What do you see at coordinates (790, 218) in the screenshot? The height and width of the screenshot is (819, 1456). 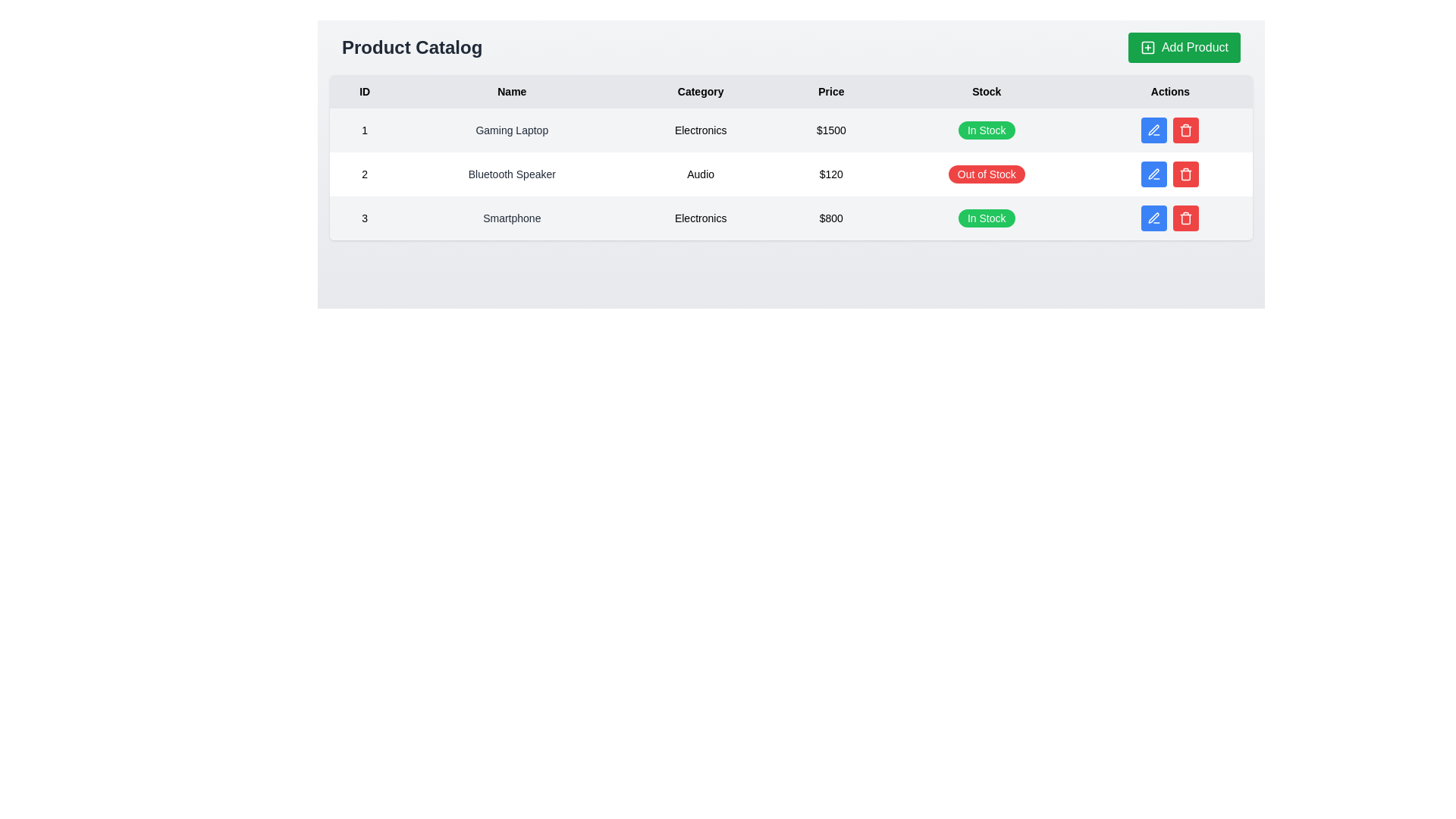 I see `and interpret the product details located in the third row of the product catalog table, which contains information about the product attributes and availability` at bounding box center [790, 218].